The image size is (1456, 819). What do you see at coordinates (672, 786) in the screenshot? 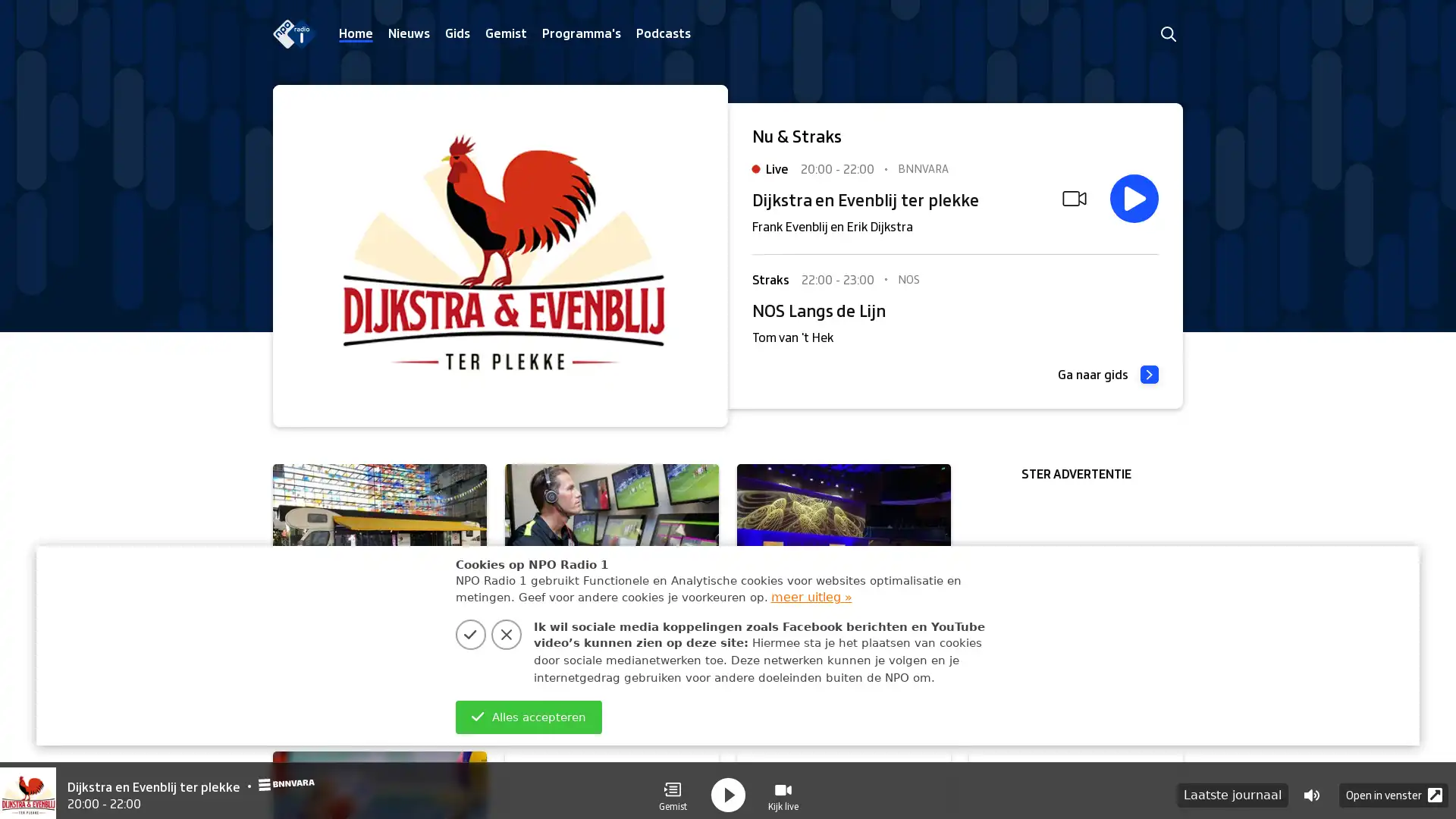
I see `Gemist Gemist` at bounding box center [672, 786].